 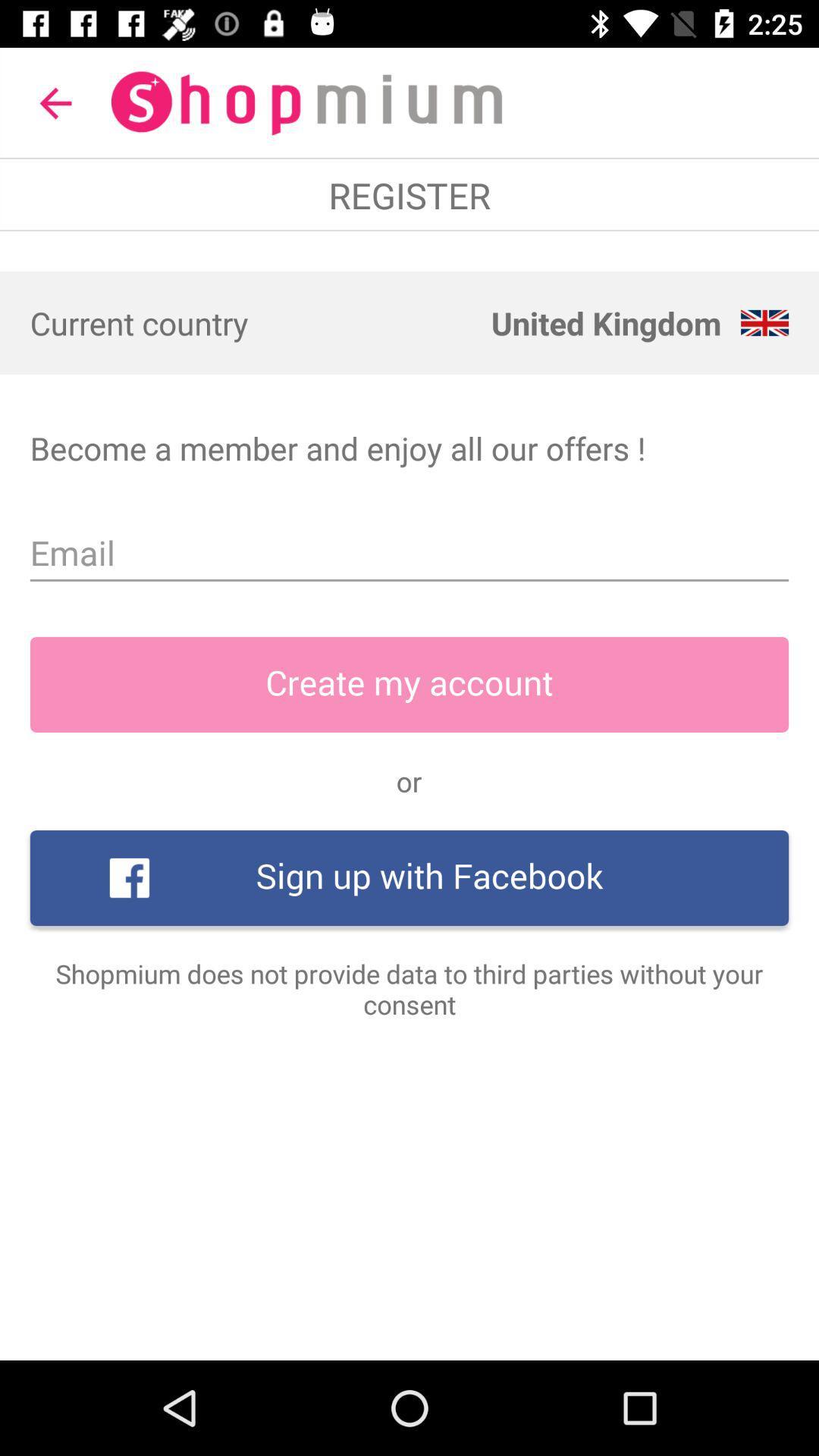 I want to click on icon above register, so click(x=55, y=102).